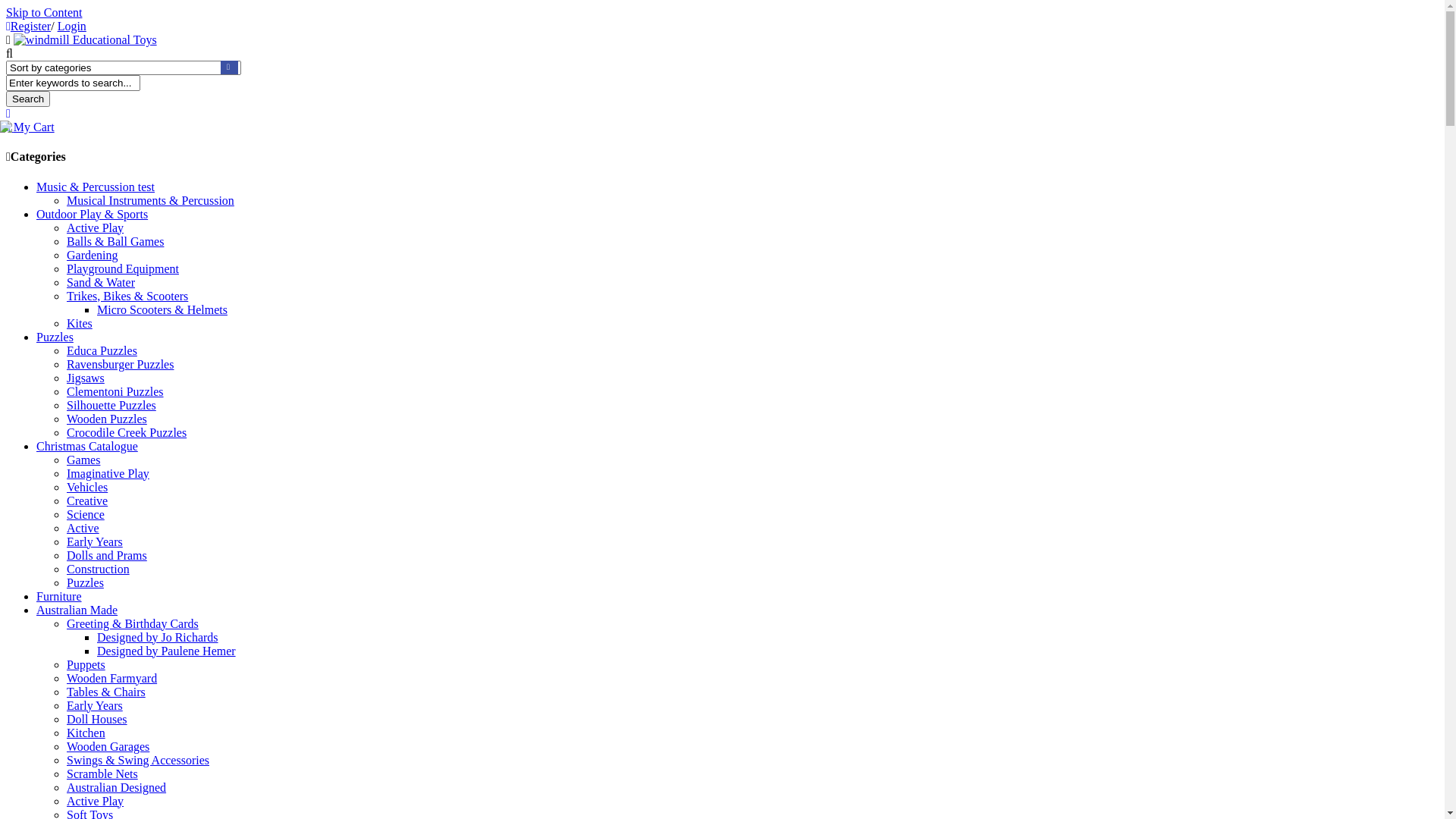 Image resolution: width=1456 pixels, height=819 pixels. What do you see at coordinates (85, 377) in the screenshot?
I see `'Jigsaws'` at bounding box center [85, 377].